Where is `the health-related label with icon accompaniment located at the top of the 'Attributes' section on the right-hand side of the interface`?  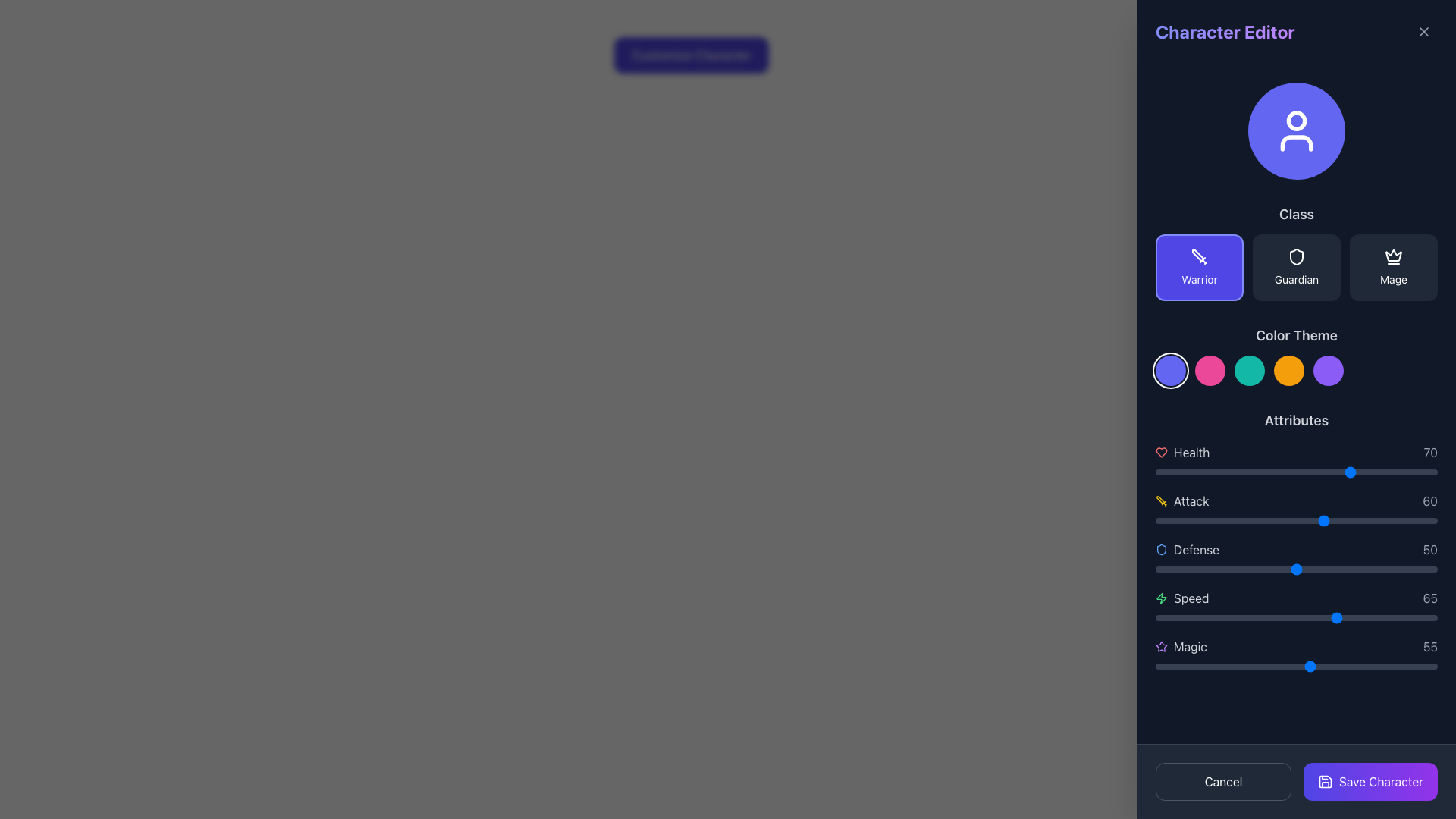
the health-related label with icon accompaniment located at the top of the 'Attributes' section on the right-hand side of the interface is located at coordinates (1181, 452).